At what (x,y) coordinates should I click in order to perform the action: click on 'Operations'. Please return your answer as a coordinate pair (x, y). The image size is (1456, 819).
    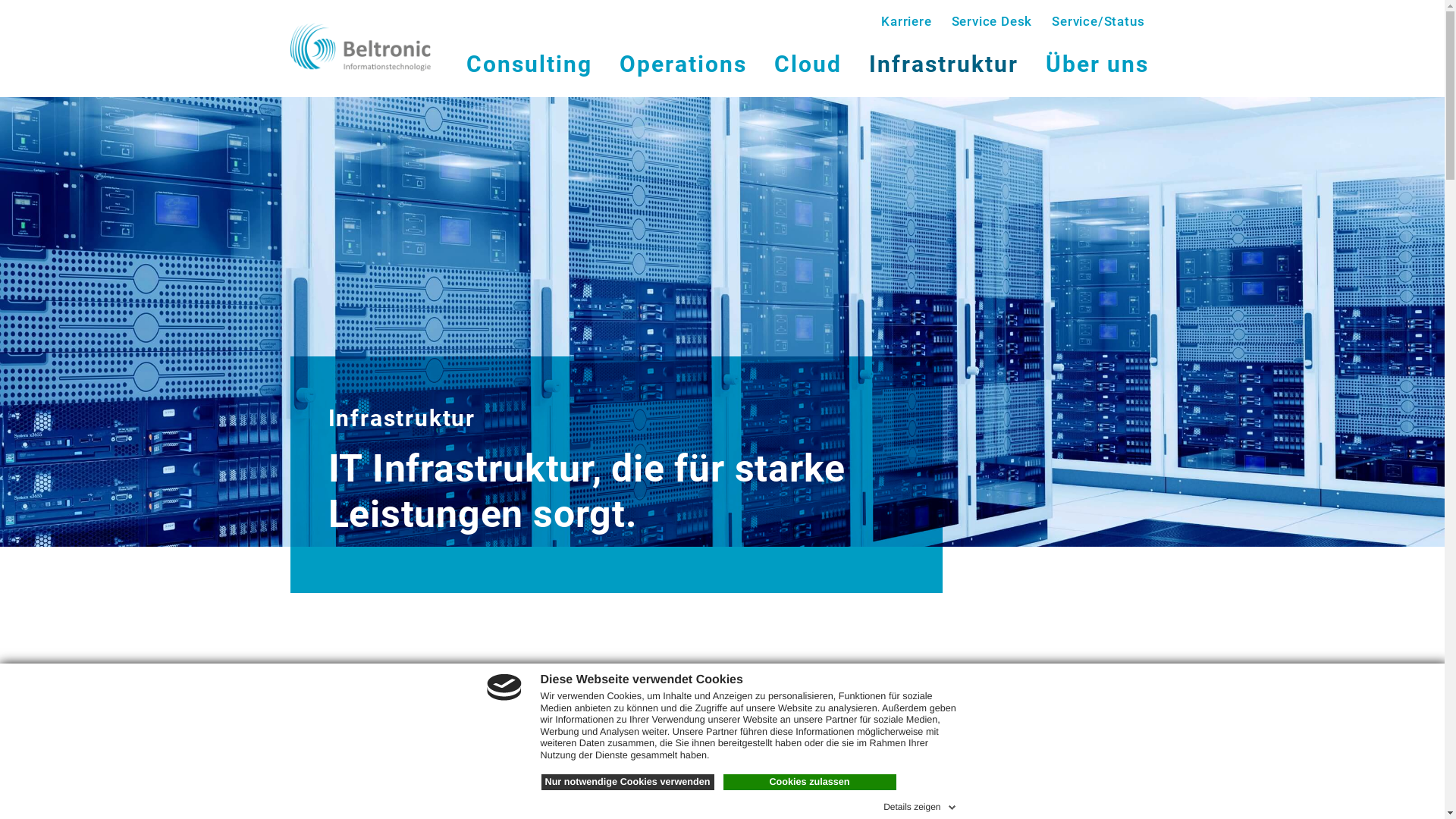
    Looking at the image, I should click on (682, 63).